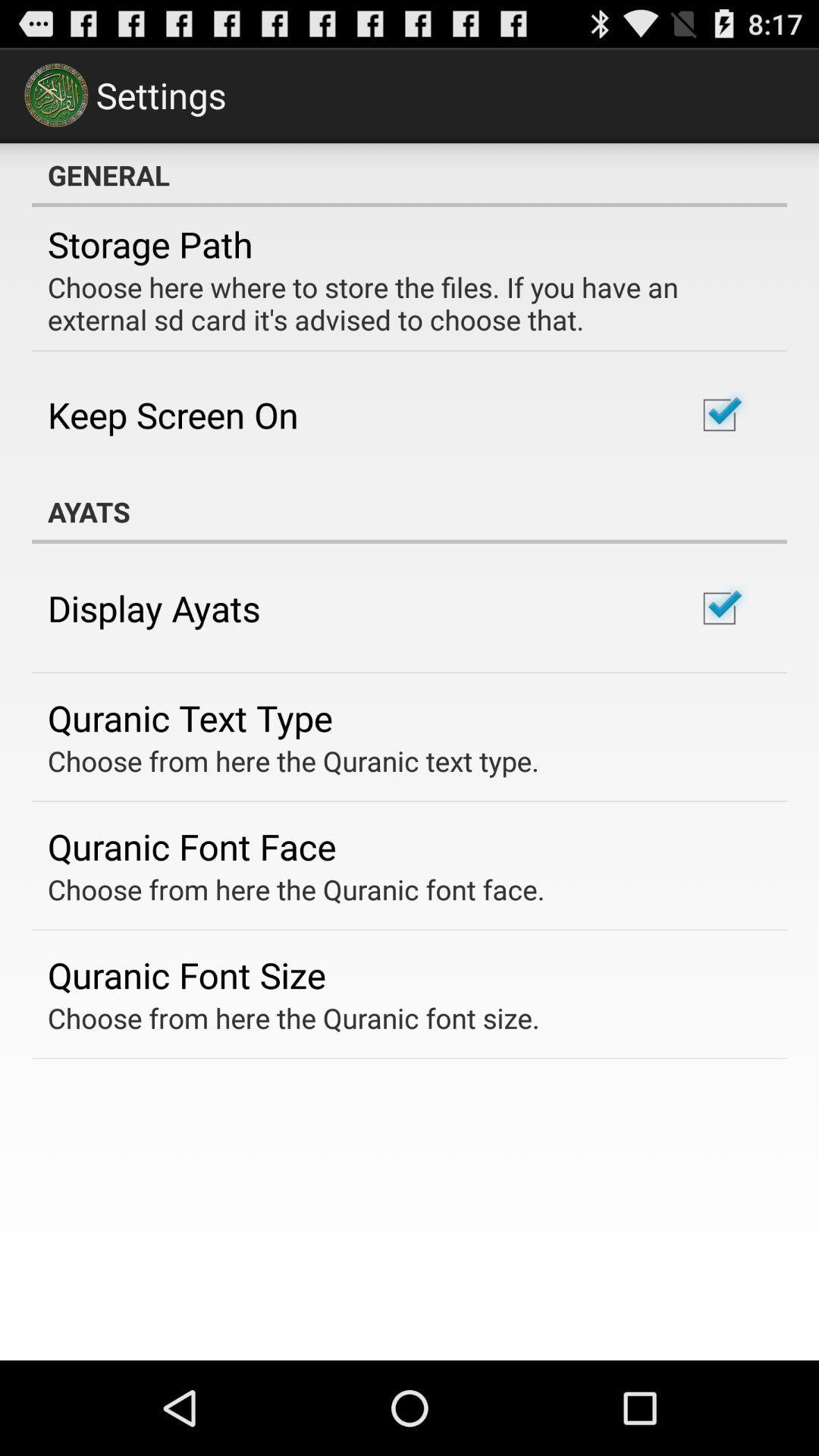  Describe the element at coordinates (409, 174) in the screenshot. I see `the general icon` at that location.